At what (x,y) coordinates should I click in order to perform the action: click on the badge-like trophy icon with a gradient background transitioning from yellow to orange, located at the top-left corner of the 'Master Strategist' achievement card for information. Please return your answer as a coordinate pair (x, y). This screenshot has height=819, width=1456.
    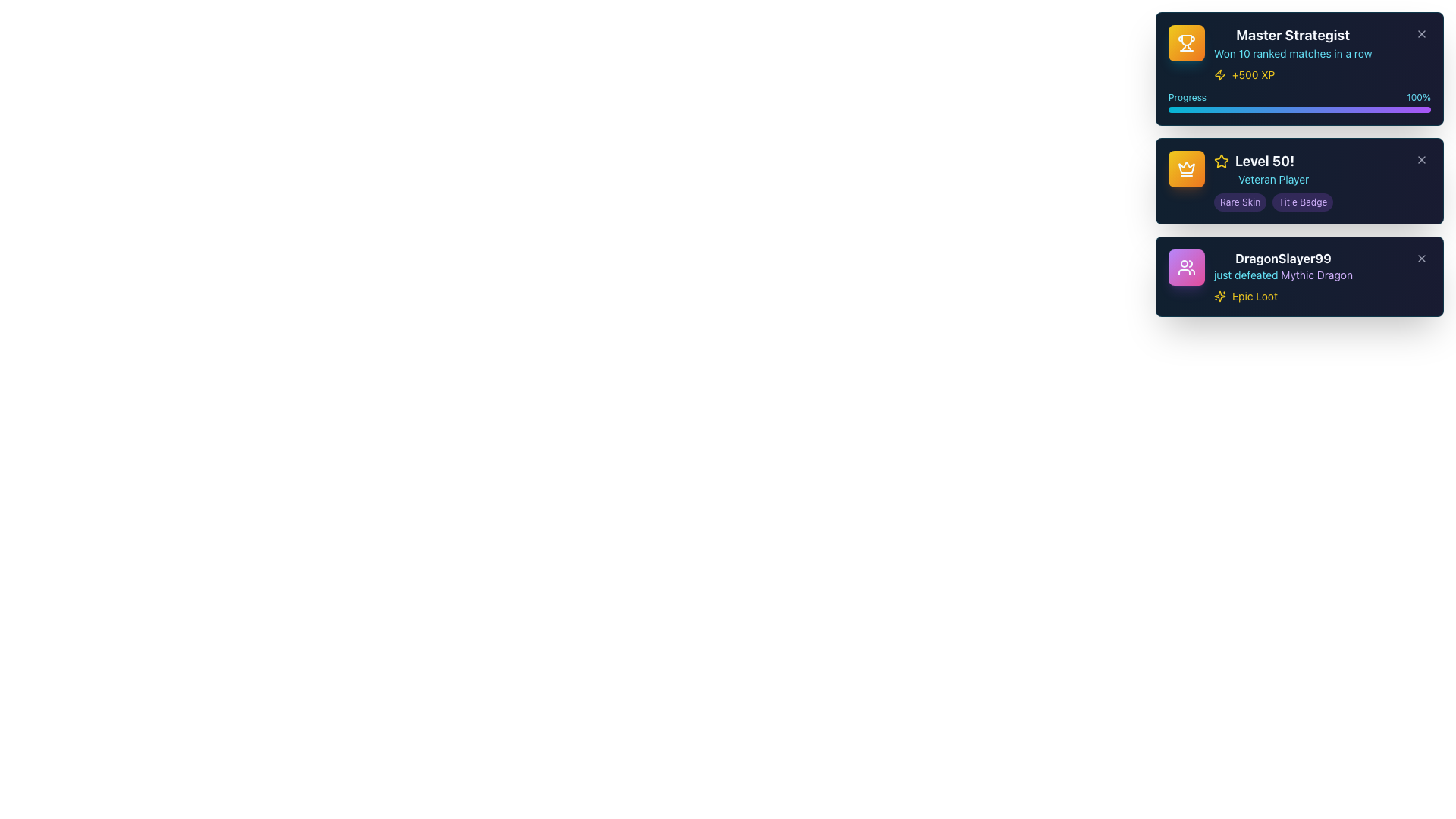
    Looking at the image, I should click on (1185, 42).